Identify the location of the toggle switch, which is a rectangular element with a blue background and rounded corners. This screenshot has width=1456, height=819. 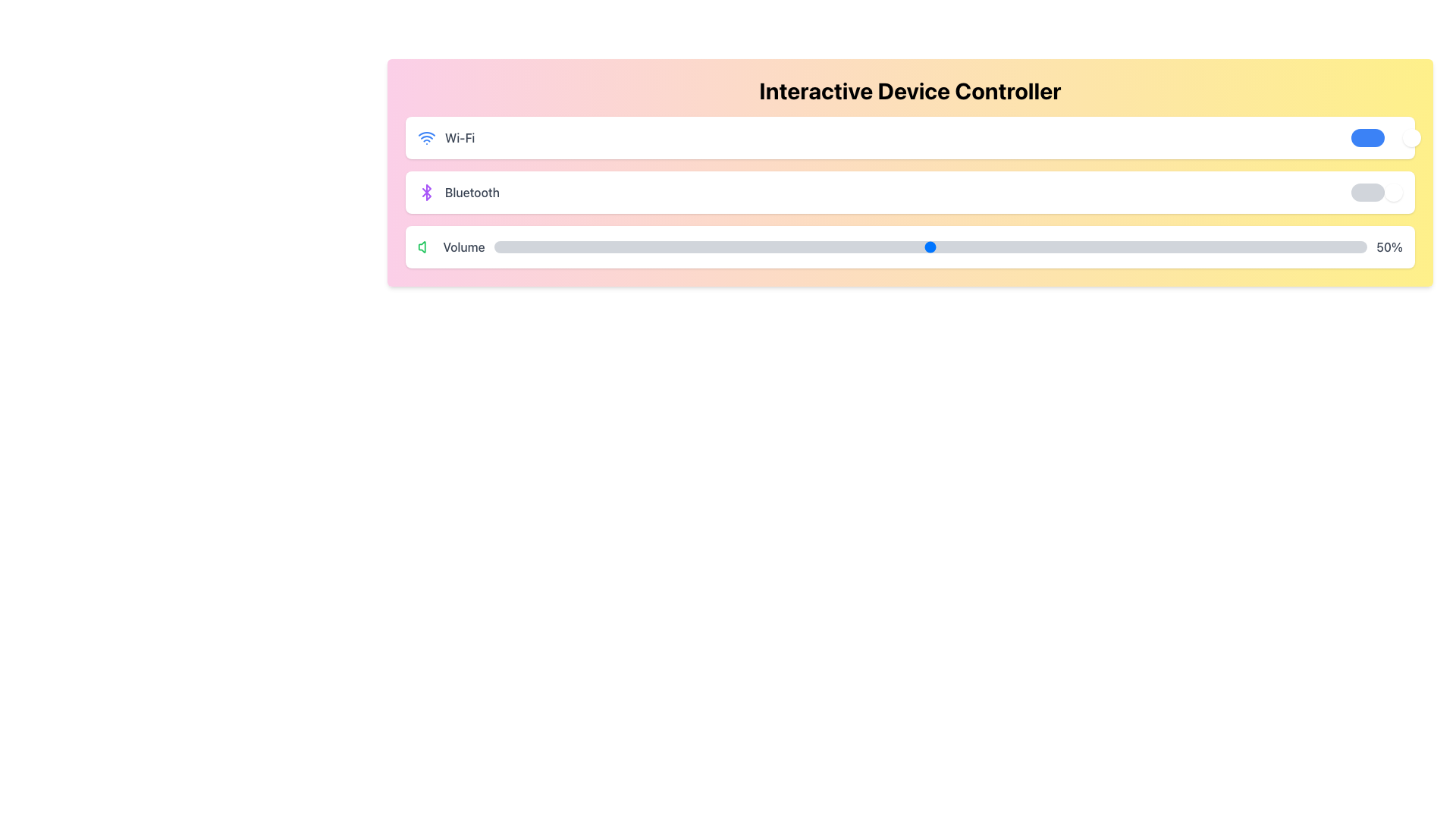
(1368, 137).